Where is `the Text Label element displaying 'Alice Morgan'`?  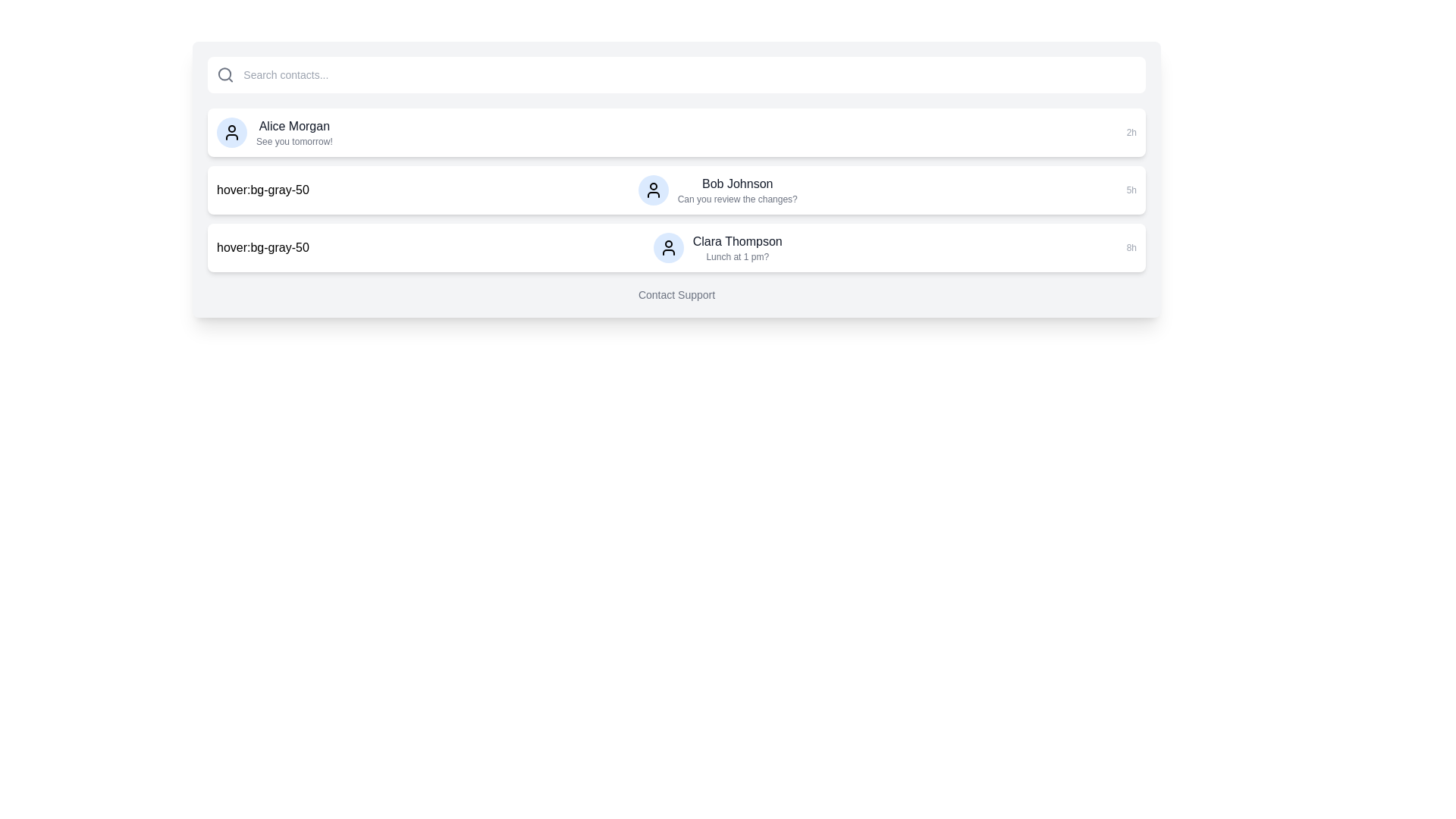
the Text Label element displaying 'Alice Morgan' is located at coordinates (294, 125).